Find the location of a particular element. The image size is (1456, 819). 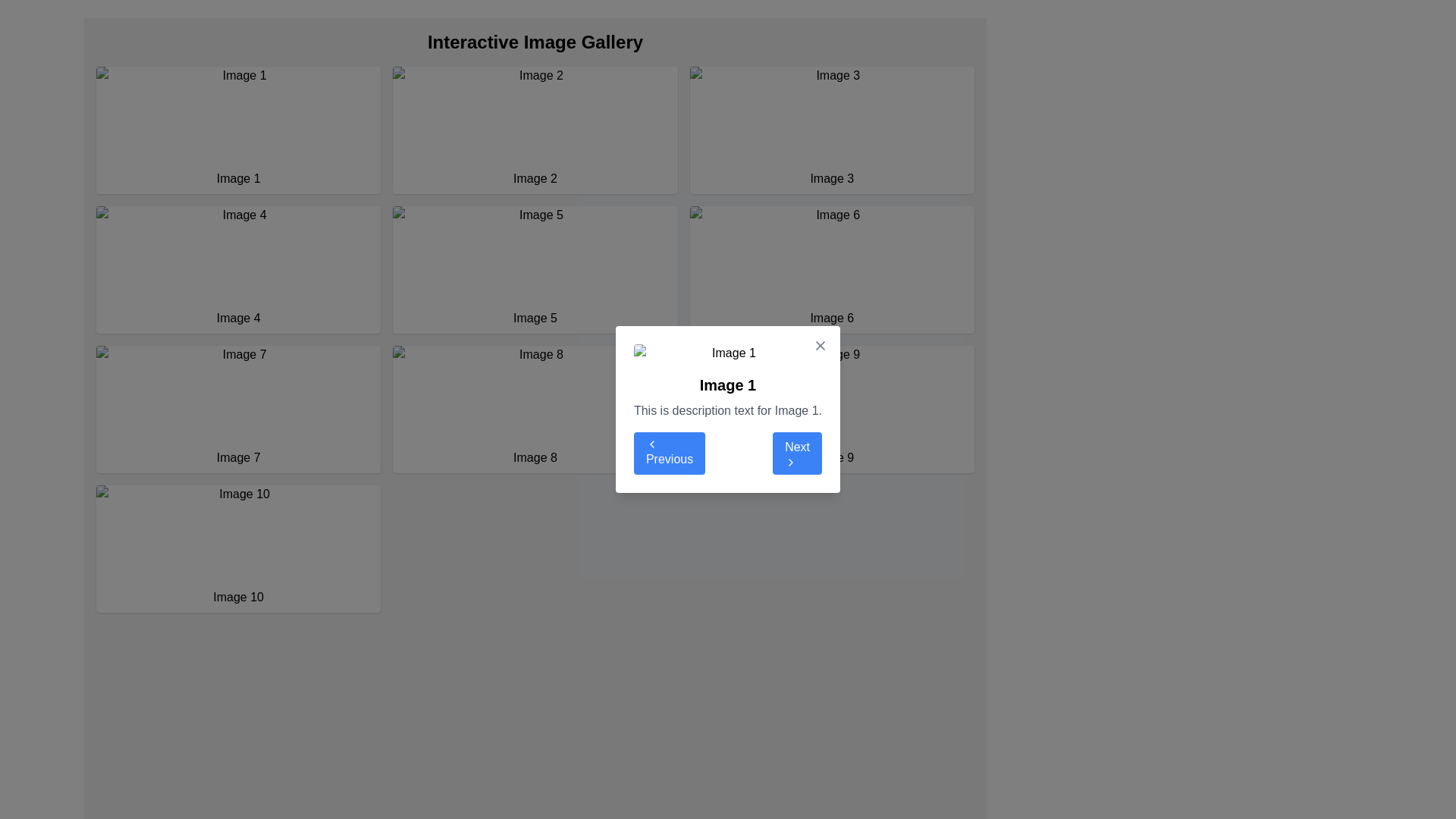

the Close button located in the upper-right corner of the overlay card is located at coordinates (820, 345).